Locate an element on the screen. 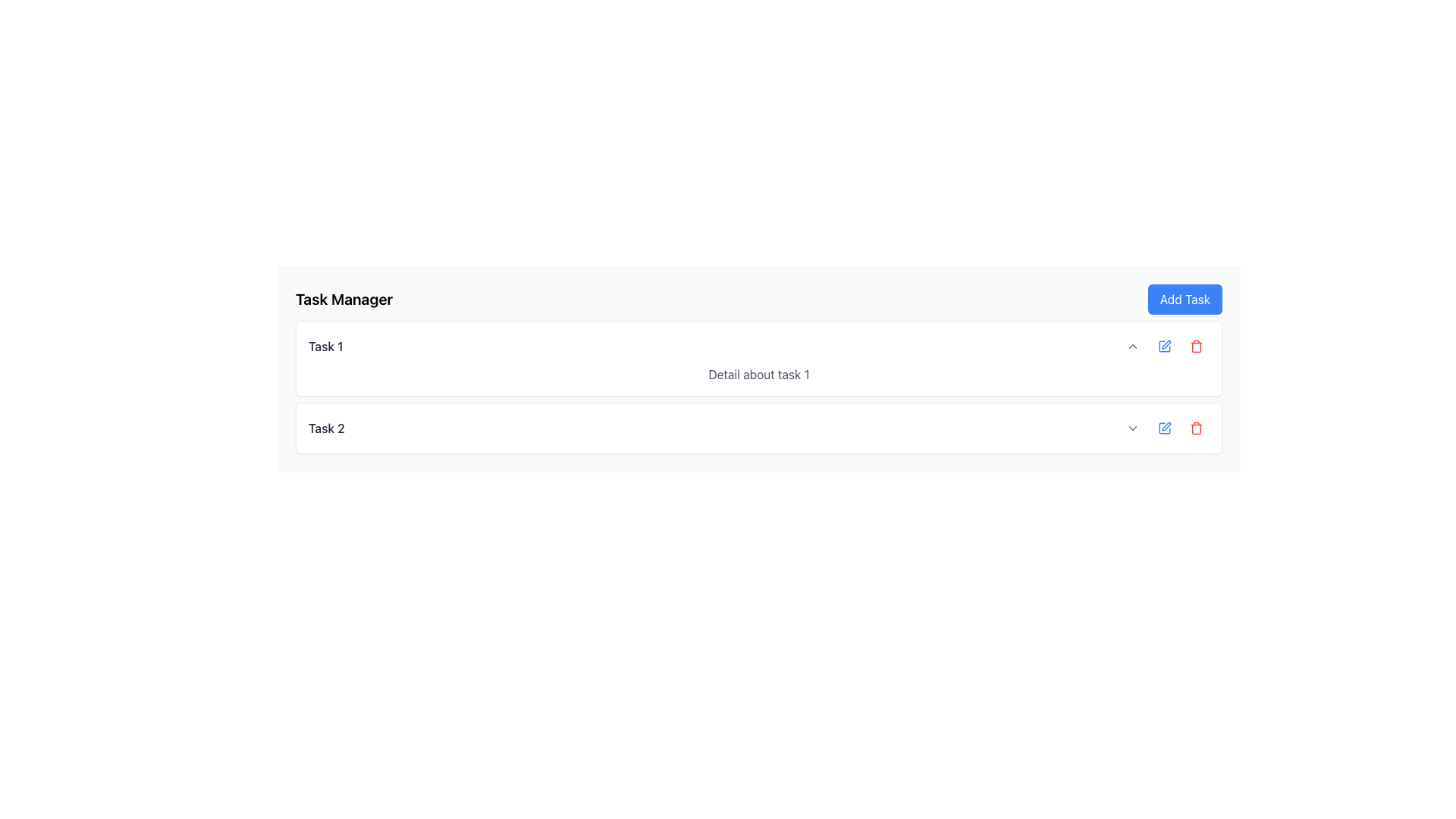 This screenshot has height=819, width=1456. the small square-shaped button with a pen icon, which signifies an edit action, located to the right of the 'Task 2' entry in the list is located at coordinates (1164, 346).